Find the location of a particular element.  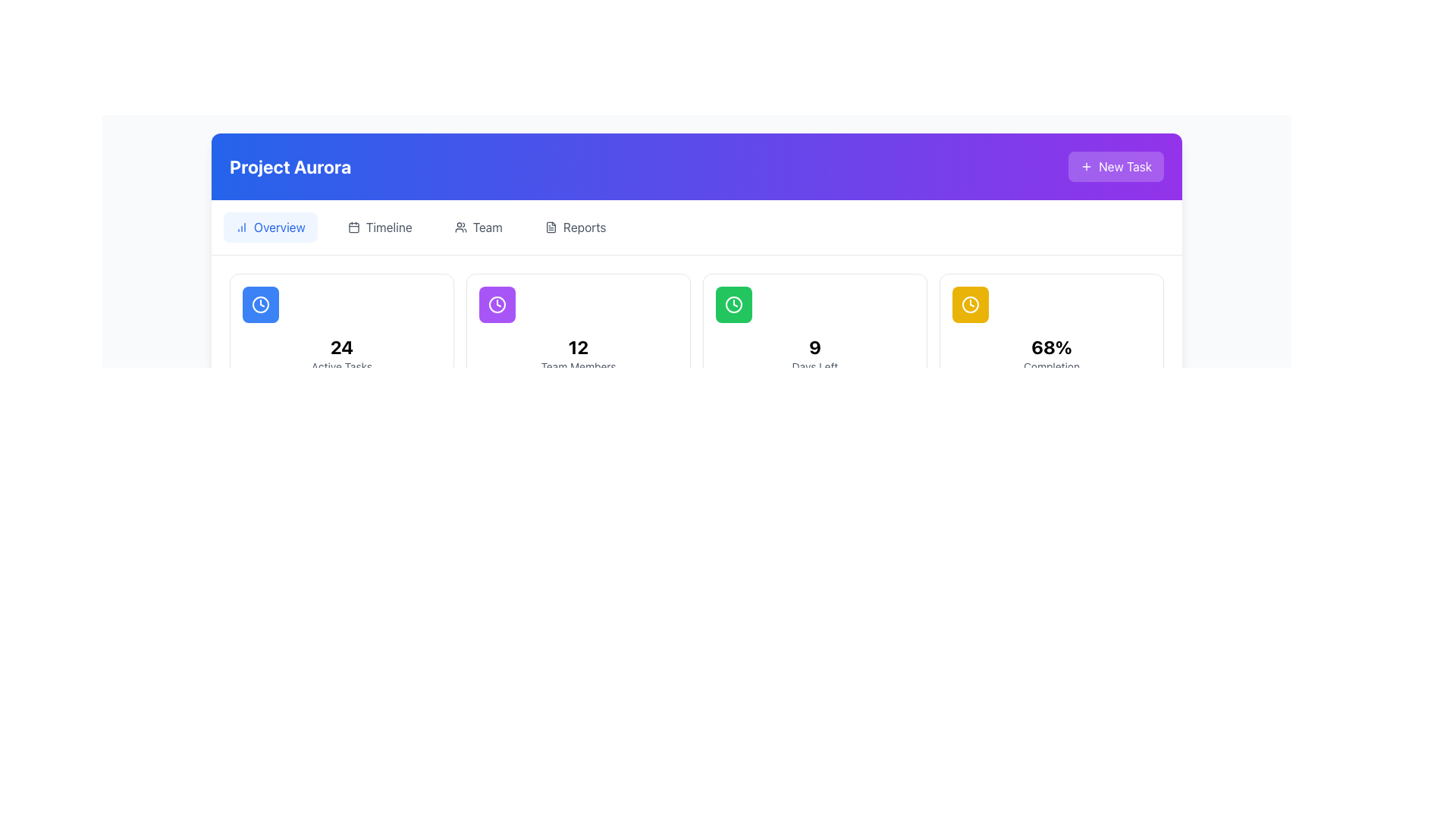

the 'Reports' navigation link located in the header section of the navigation bar is located at coordinates (584, 227).